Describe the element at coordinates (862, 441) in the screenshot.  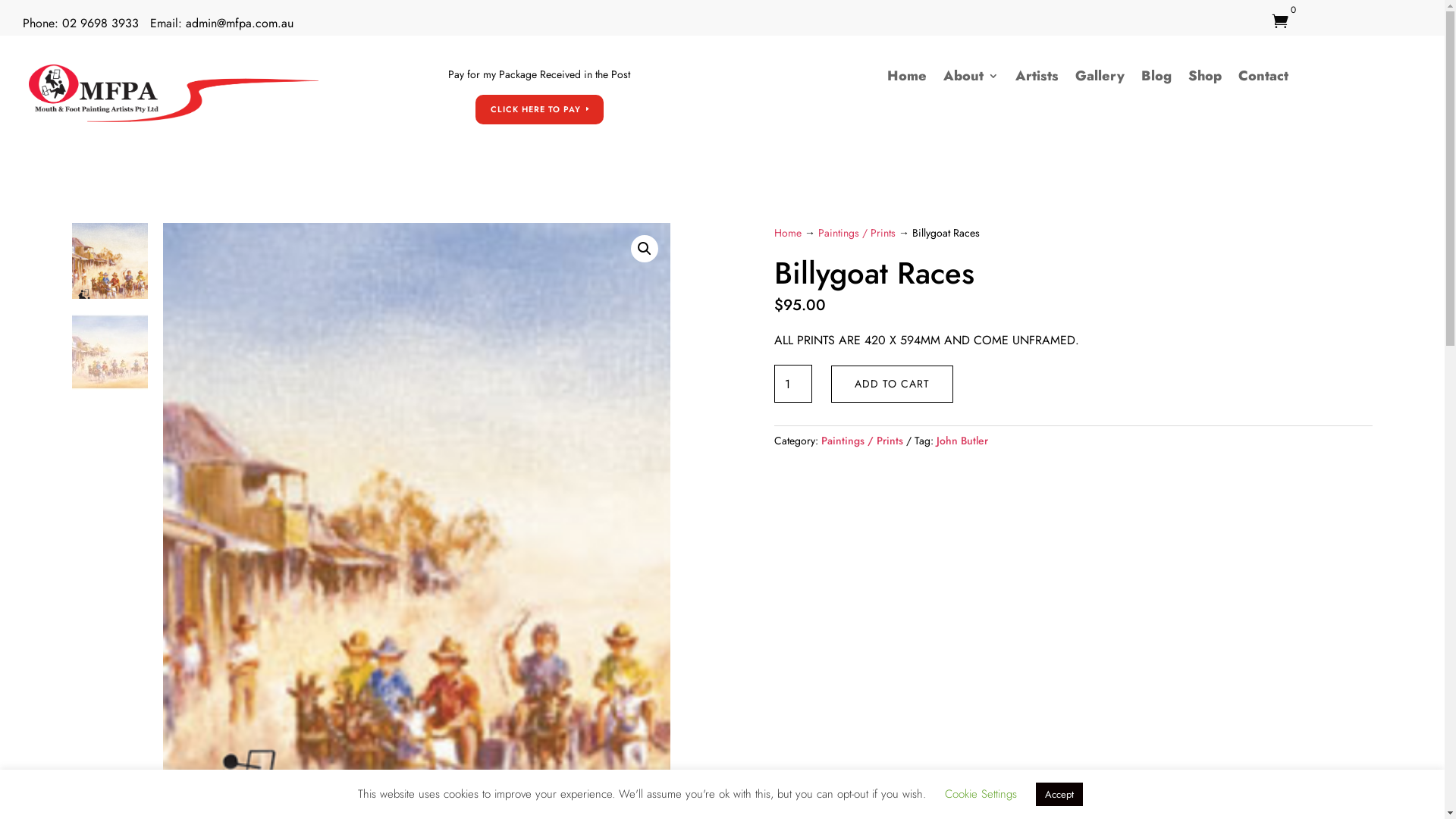
I see `'Paintings / Prints'` at that location.